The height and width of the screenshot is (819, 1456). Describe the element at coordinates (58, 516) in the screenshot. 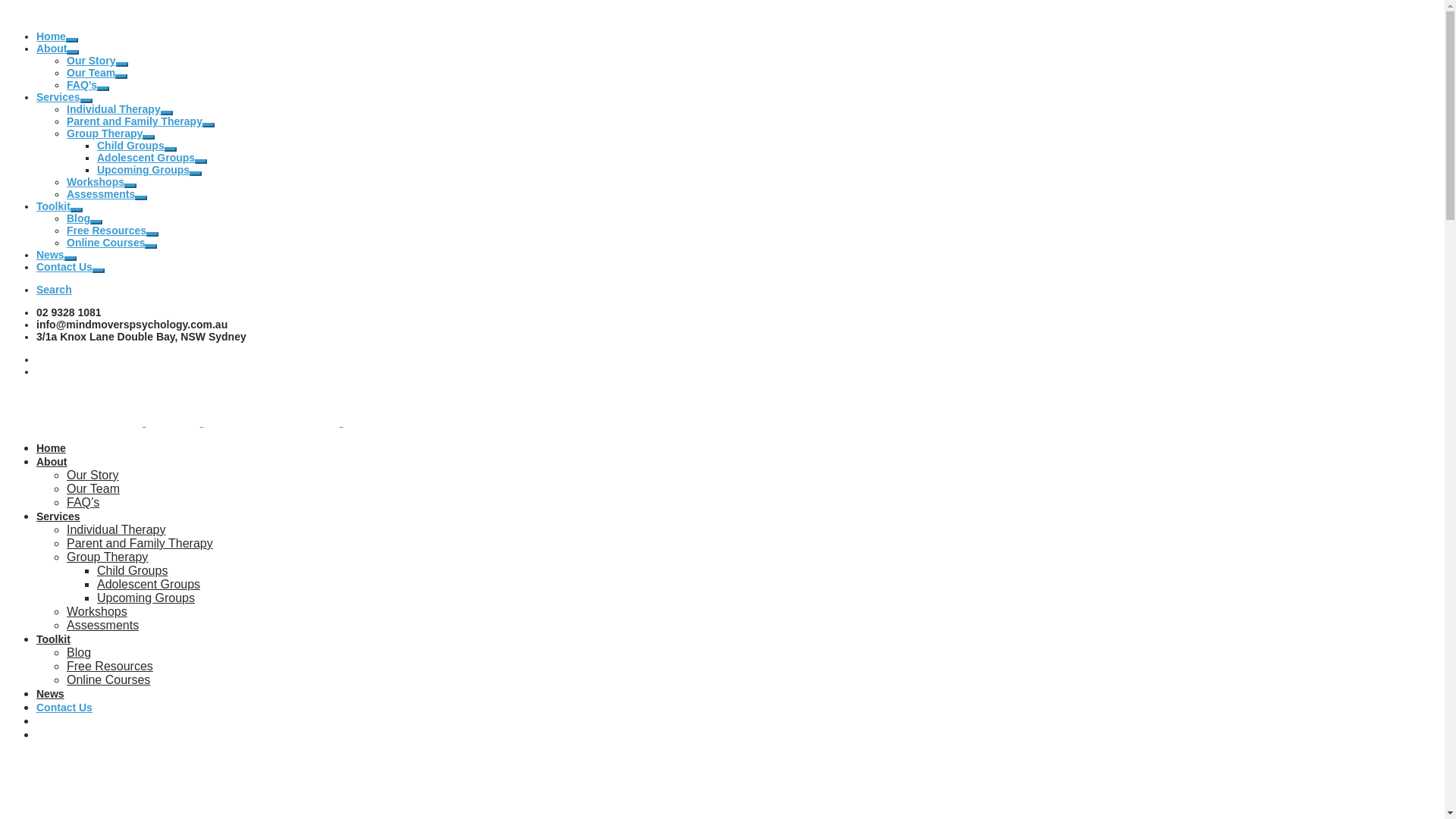

I see `'Services'` at that location.